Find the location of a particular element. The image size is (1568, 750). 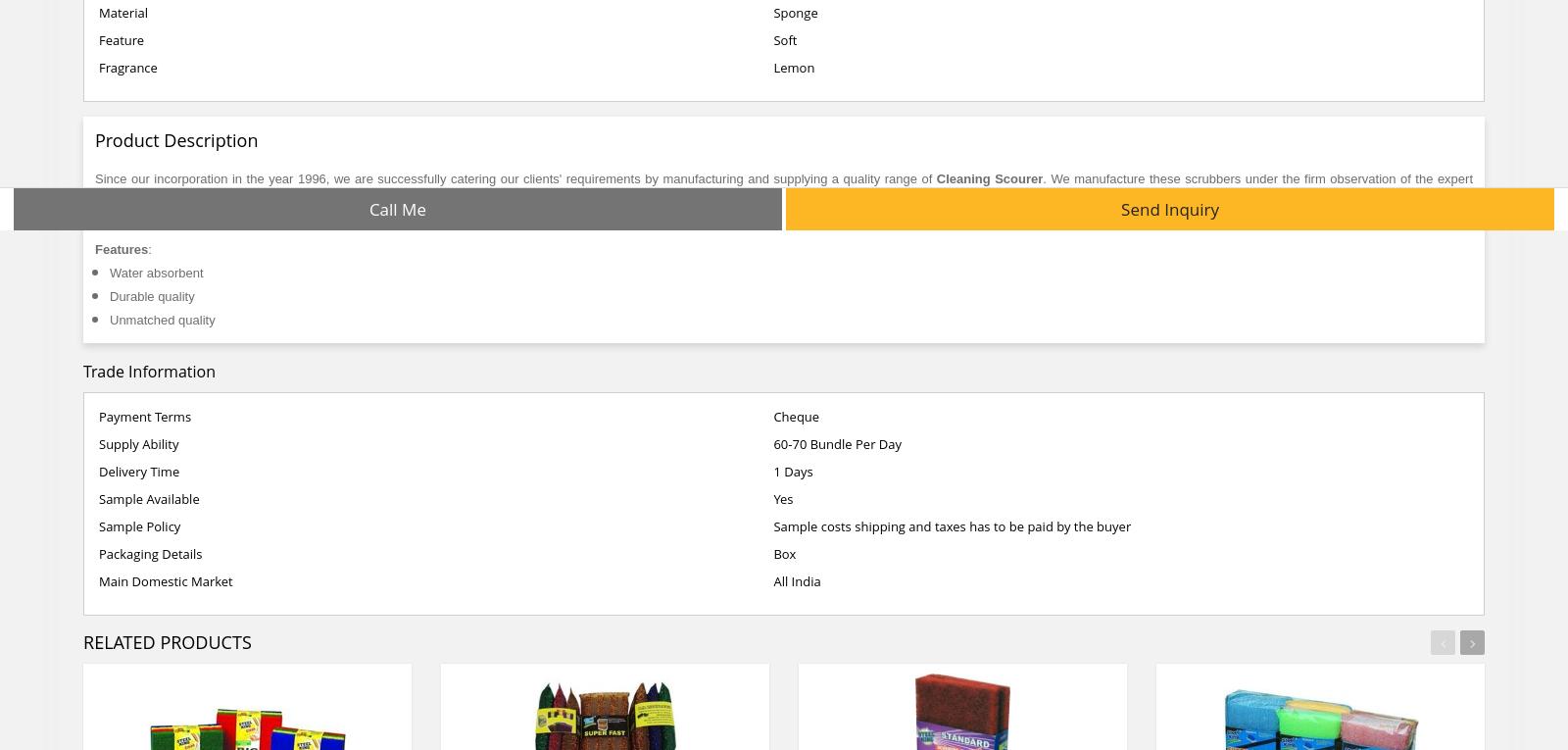

'Unmatched quality' is located at coordinates (161, 320).